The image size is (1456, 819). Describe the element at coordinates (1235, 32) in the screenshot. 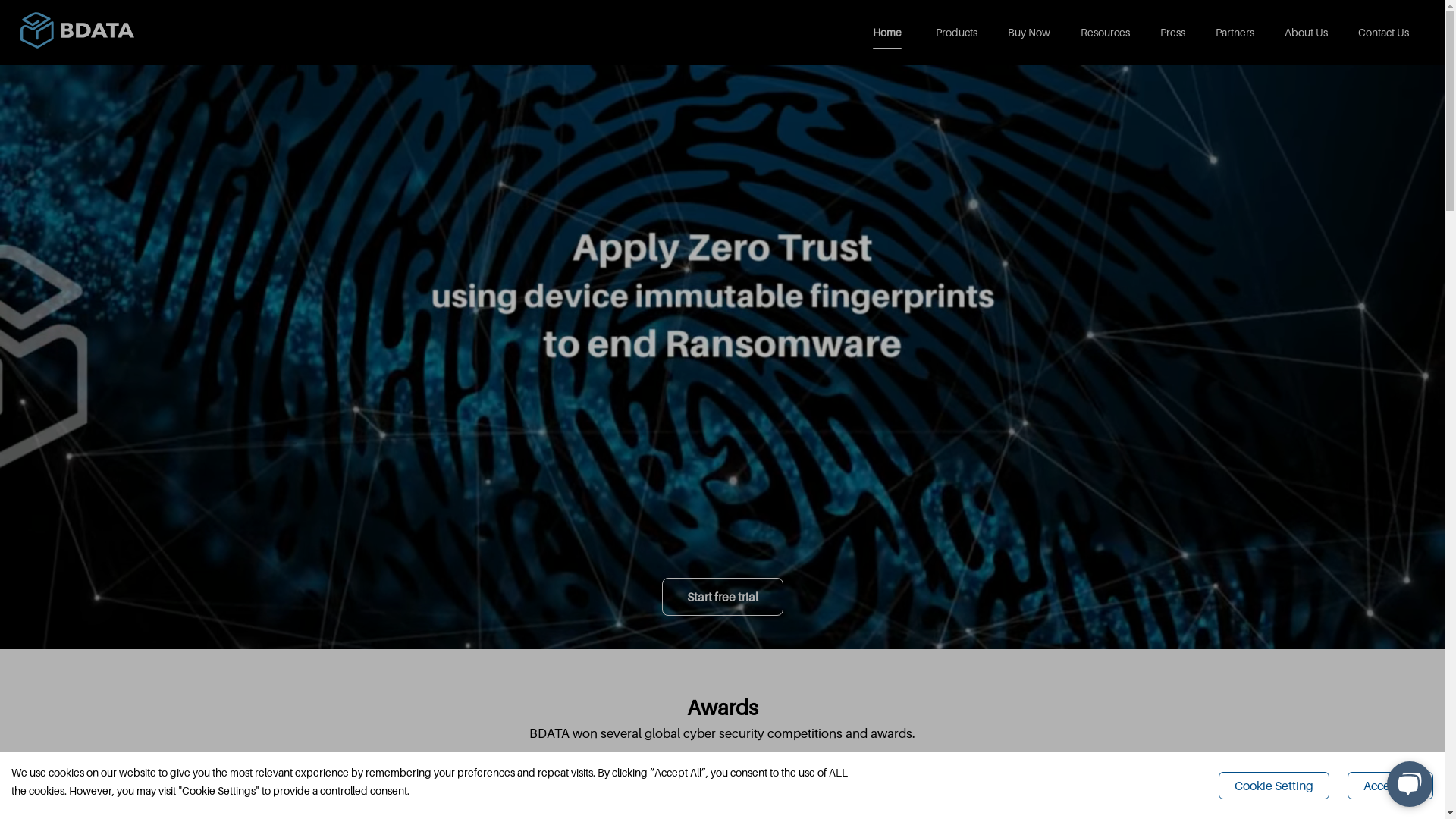

I see `'Partners'` at that location.